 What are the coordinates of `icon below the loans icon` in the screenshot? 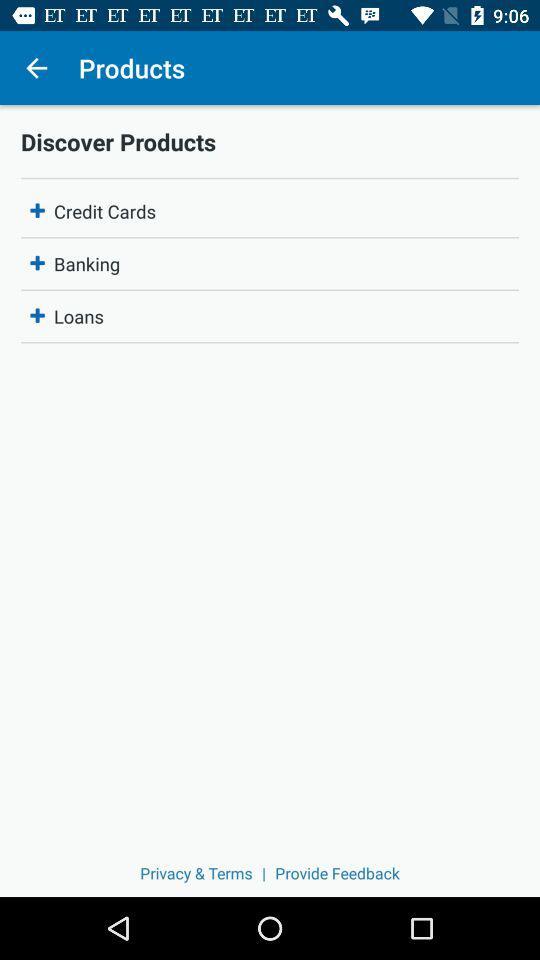 It's located at (337, 872).